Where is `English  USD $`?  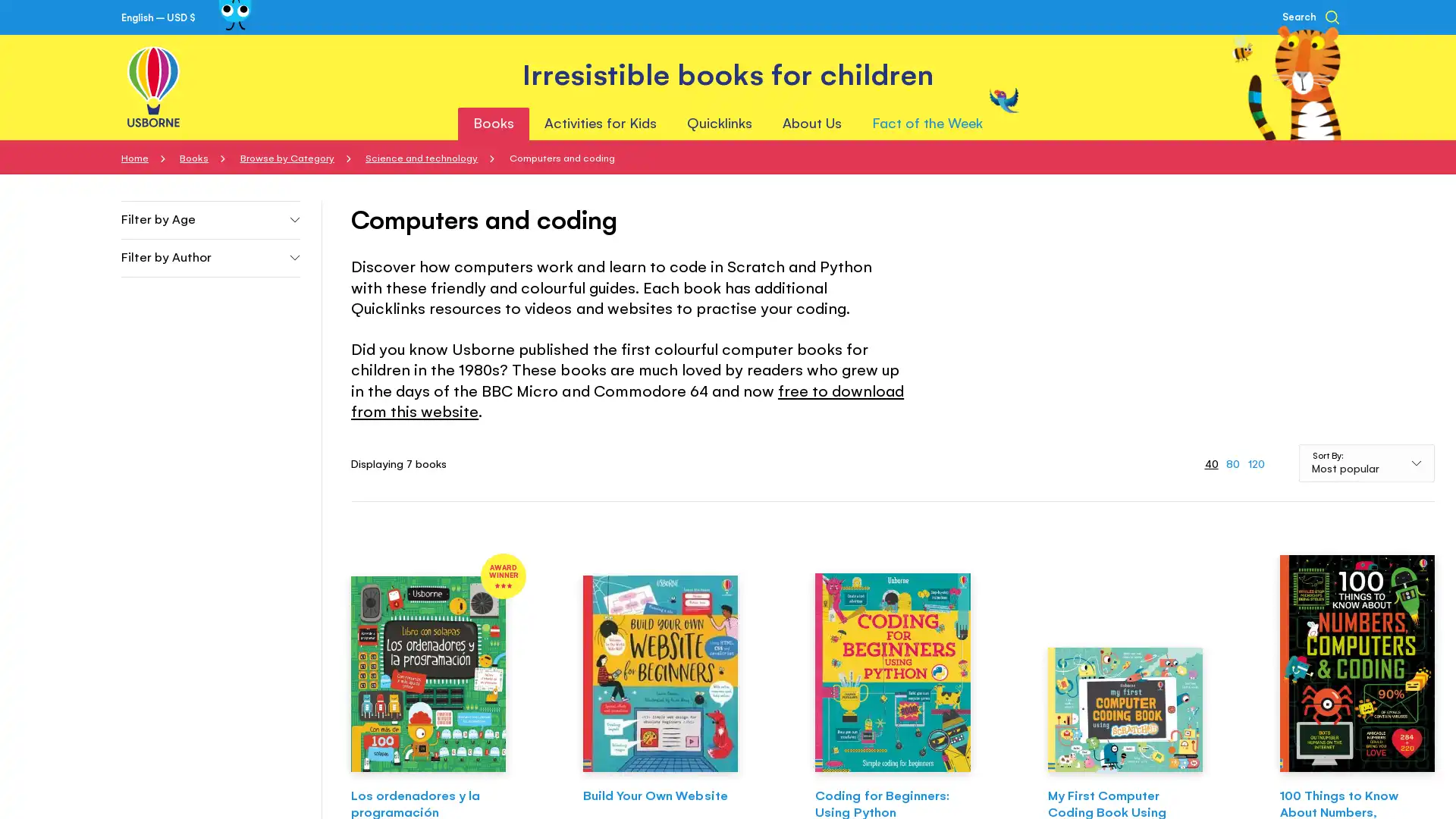
English  USD $ is located at coordinates (158, 16).